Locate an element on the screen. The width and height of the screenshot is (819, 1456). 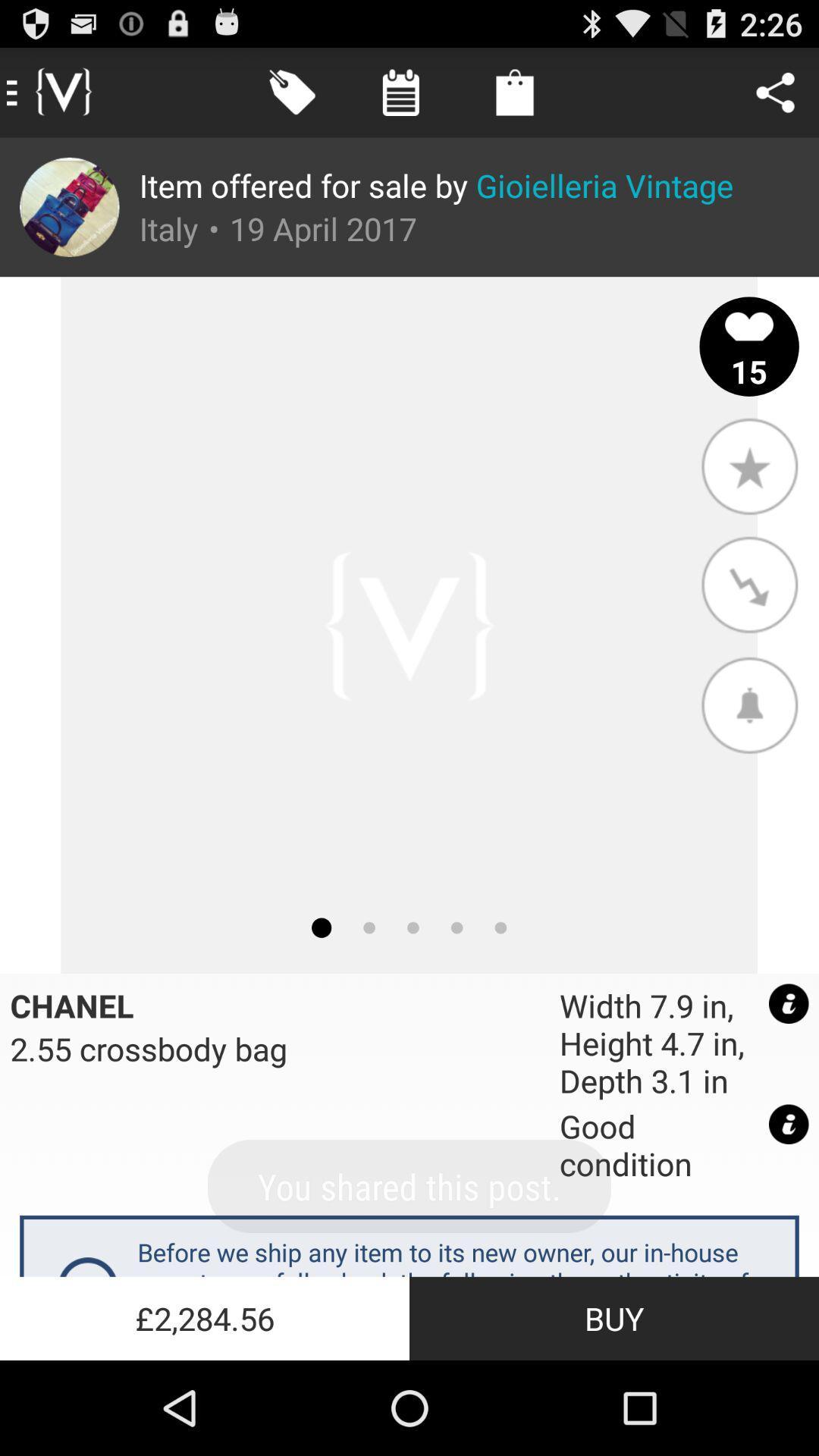
the icon below before we ship app is located at coordinates (614, 1317).